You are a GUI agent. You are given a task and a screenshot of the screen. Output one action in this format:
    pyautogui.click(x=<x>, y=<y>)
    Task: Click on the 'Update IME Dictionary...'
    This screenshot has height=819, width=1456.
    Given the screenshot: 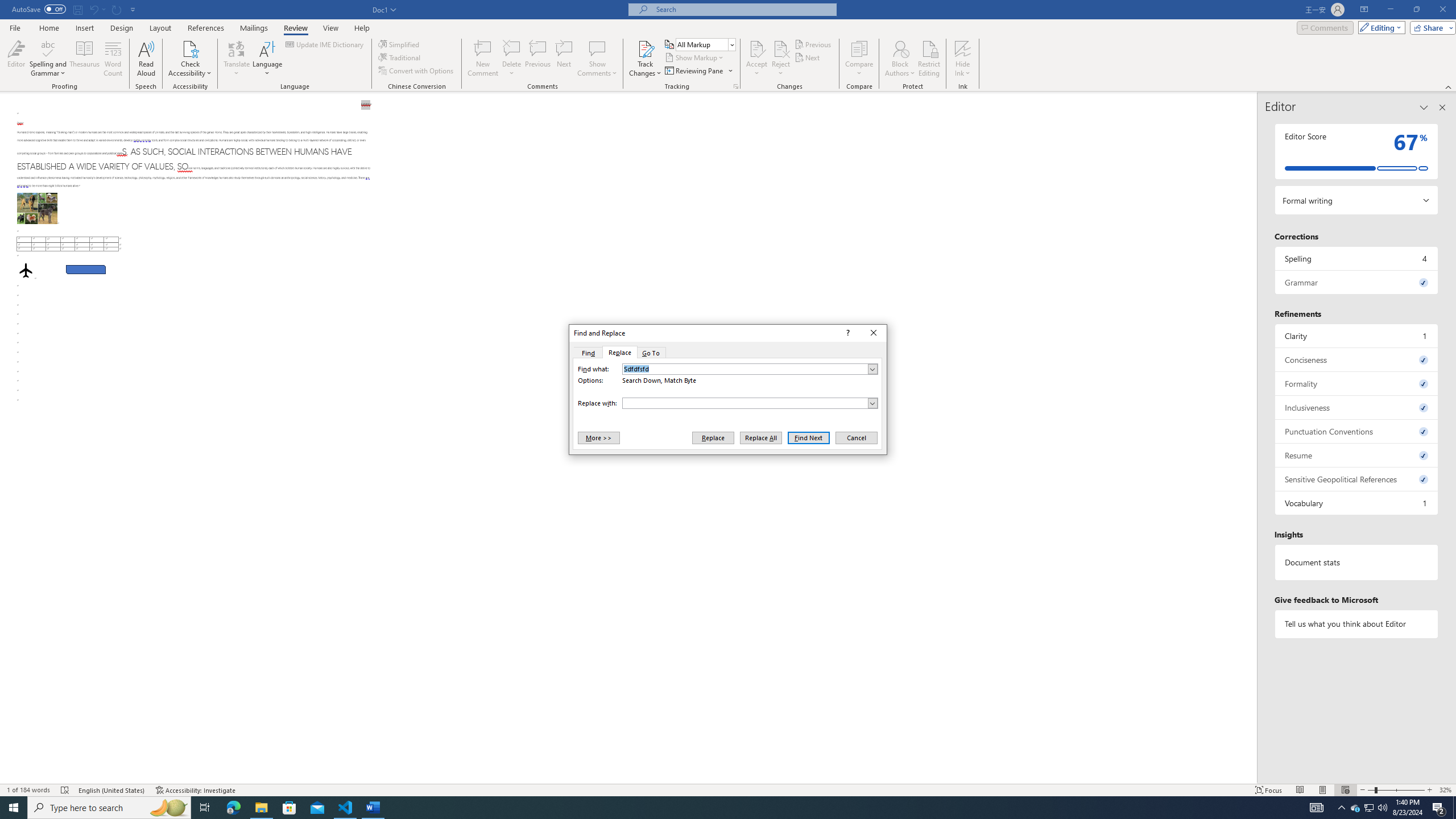 What is the action you would take?
    pyautogui.click(x=325, y=44)
    